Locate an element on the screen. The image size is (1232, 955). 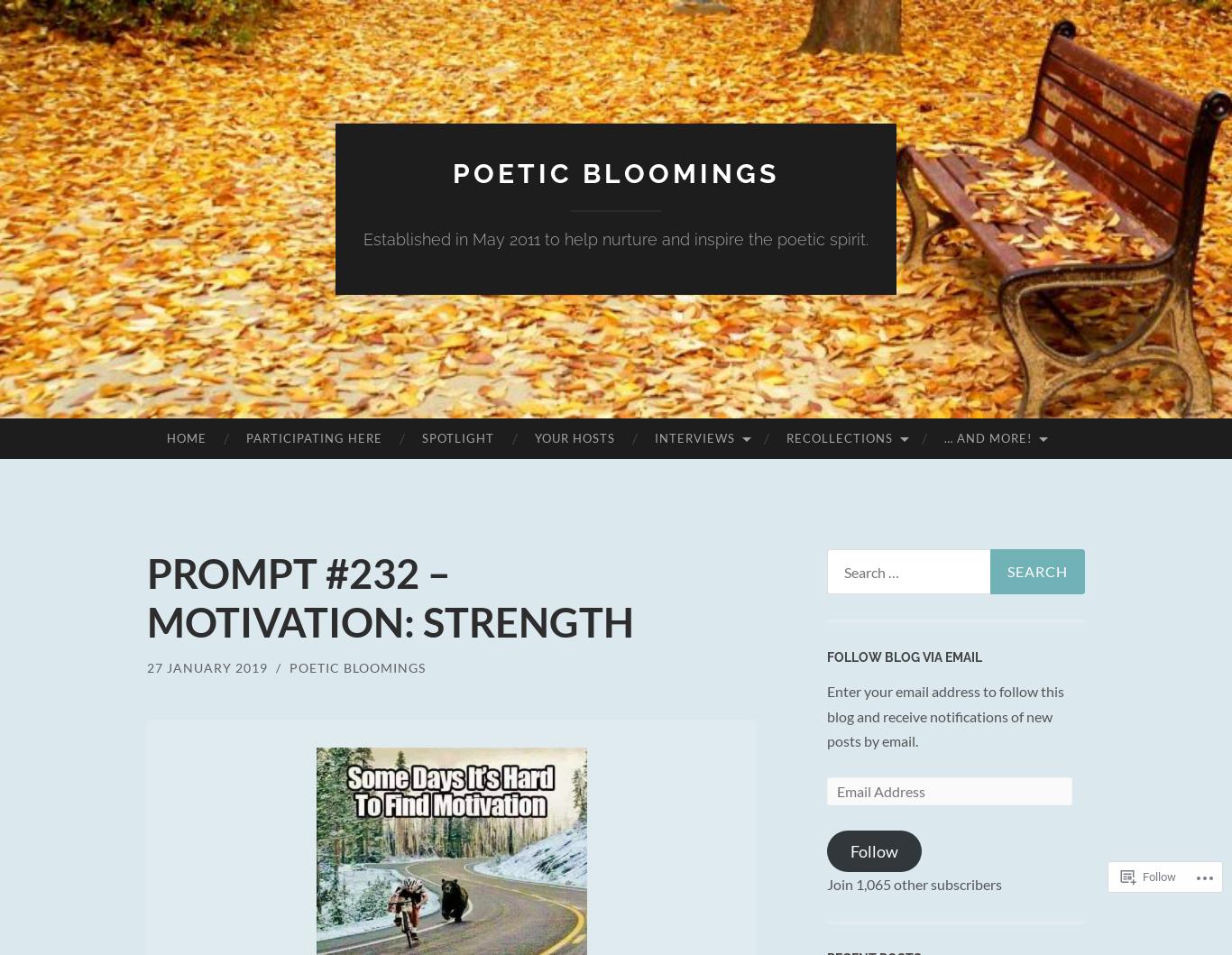
'POETIC BLOOMINGS' is located at coordinates (453, 172).